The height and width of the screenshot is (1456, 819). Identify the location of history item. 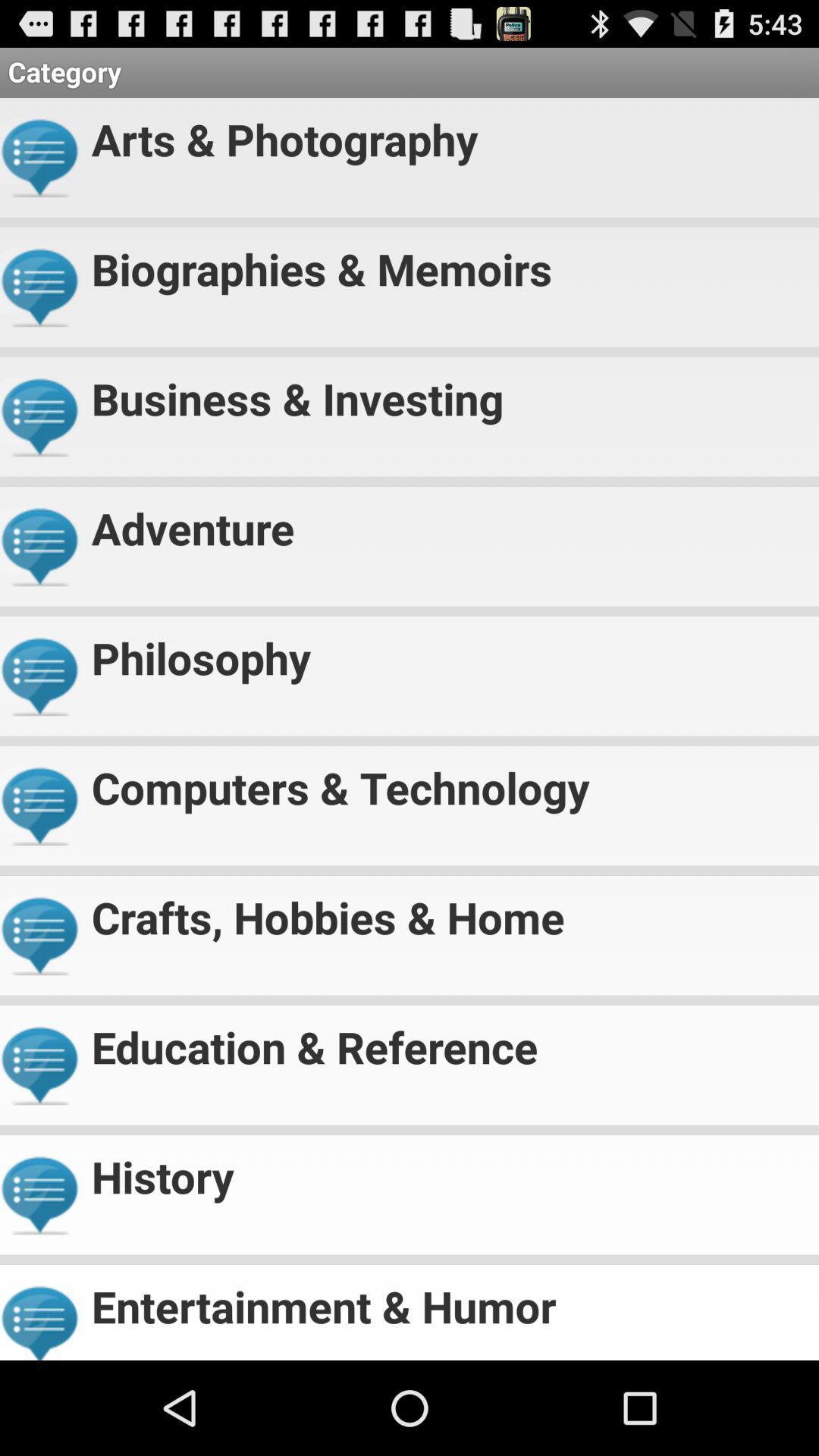
(448, 1169).